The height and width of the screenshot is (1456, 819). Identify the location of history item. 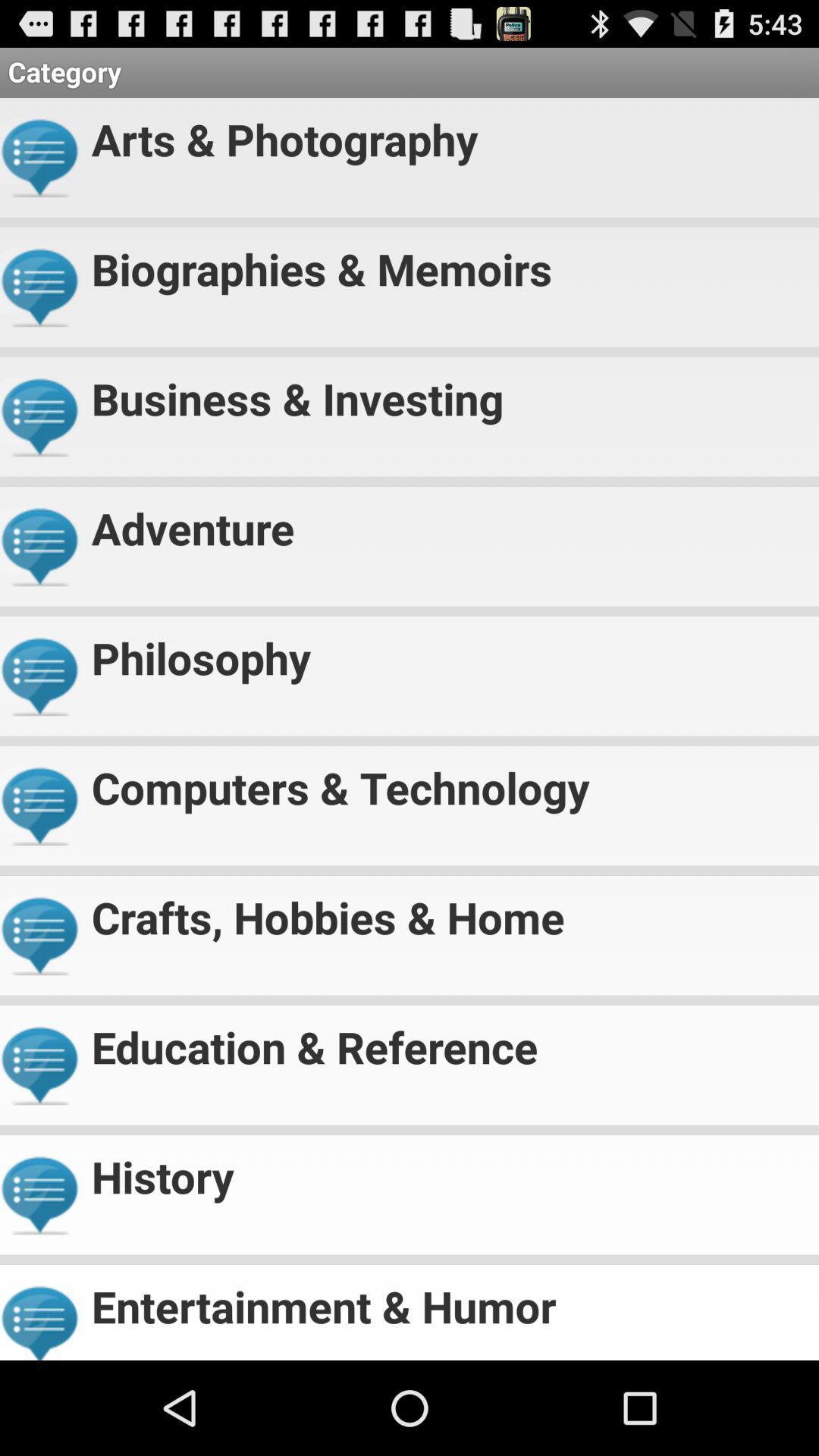
(448, 1169).